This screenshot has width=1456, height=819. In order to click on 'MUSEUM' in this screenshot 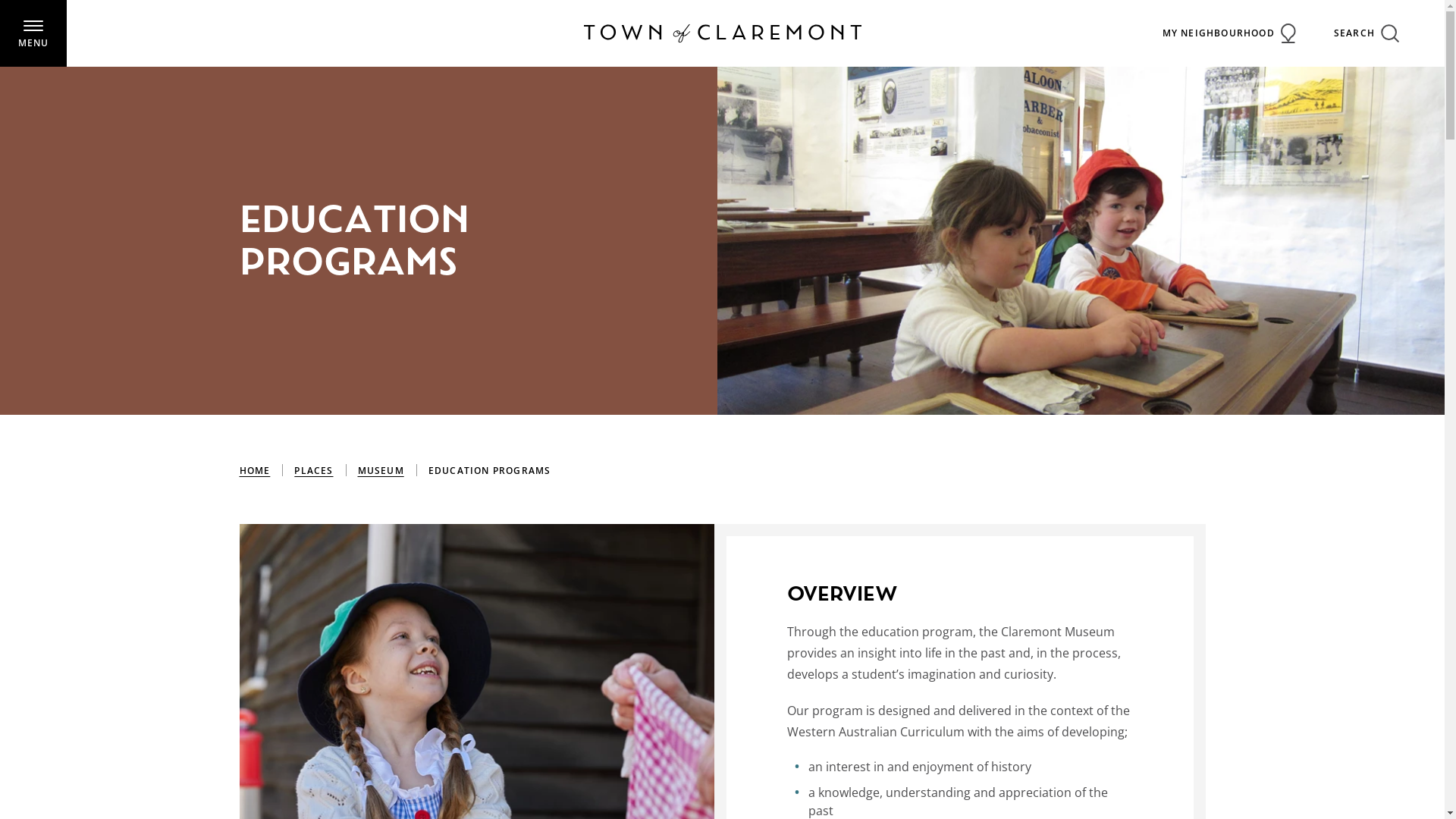, I will do `click(381, 470)`.